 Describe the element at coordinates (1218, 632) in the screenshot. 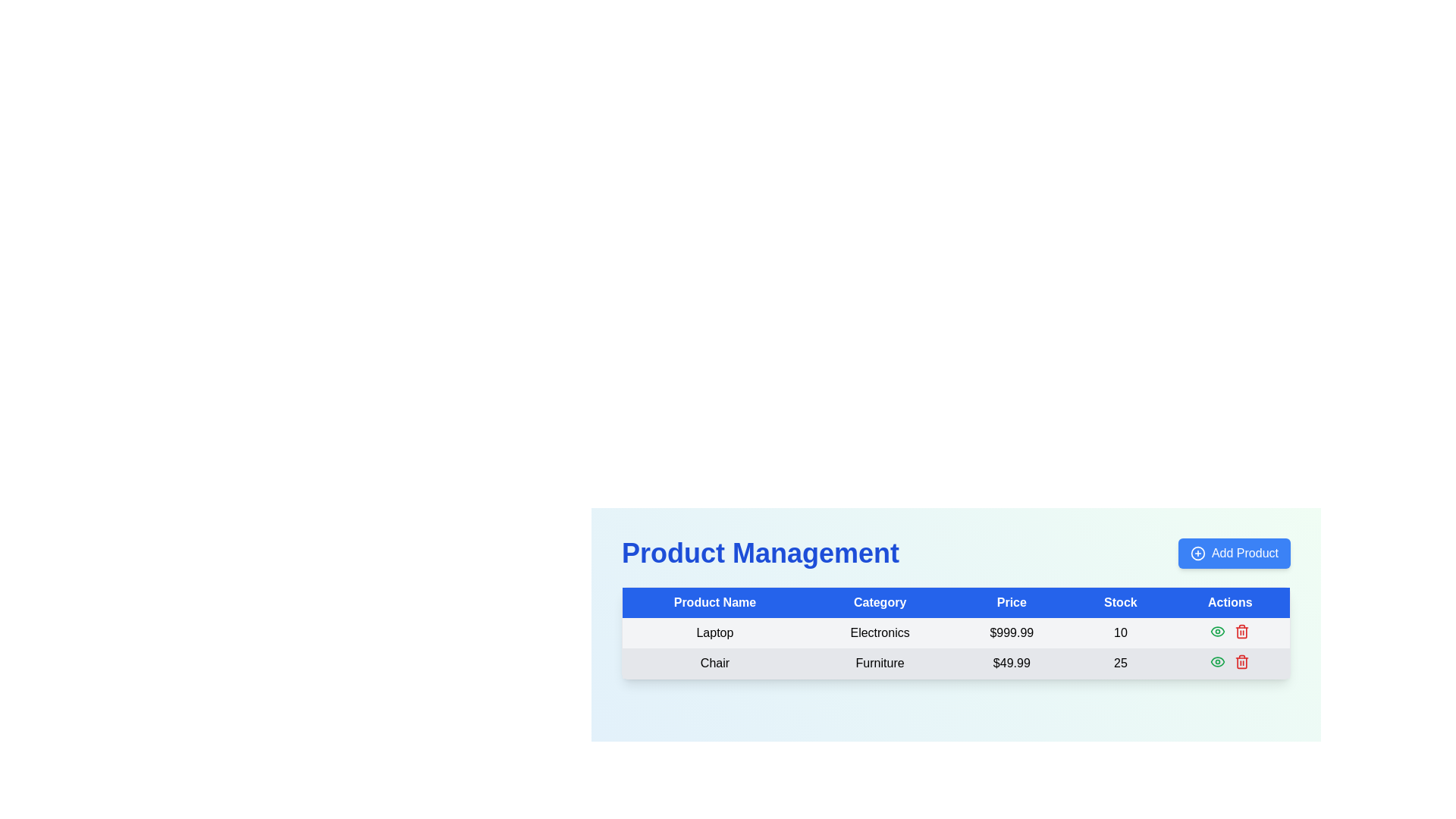

I see `the green eye-shaped icon button in the 'Actions' column of the 'Product Management' table` at that location.